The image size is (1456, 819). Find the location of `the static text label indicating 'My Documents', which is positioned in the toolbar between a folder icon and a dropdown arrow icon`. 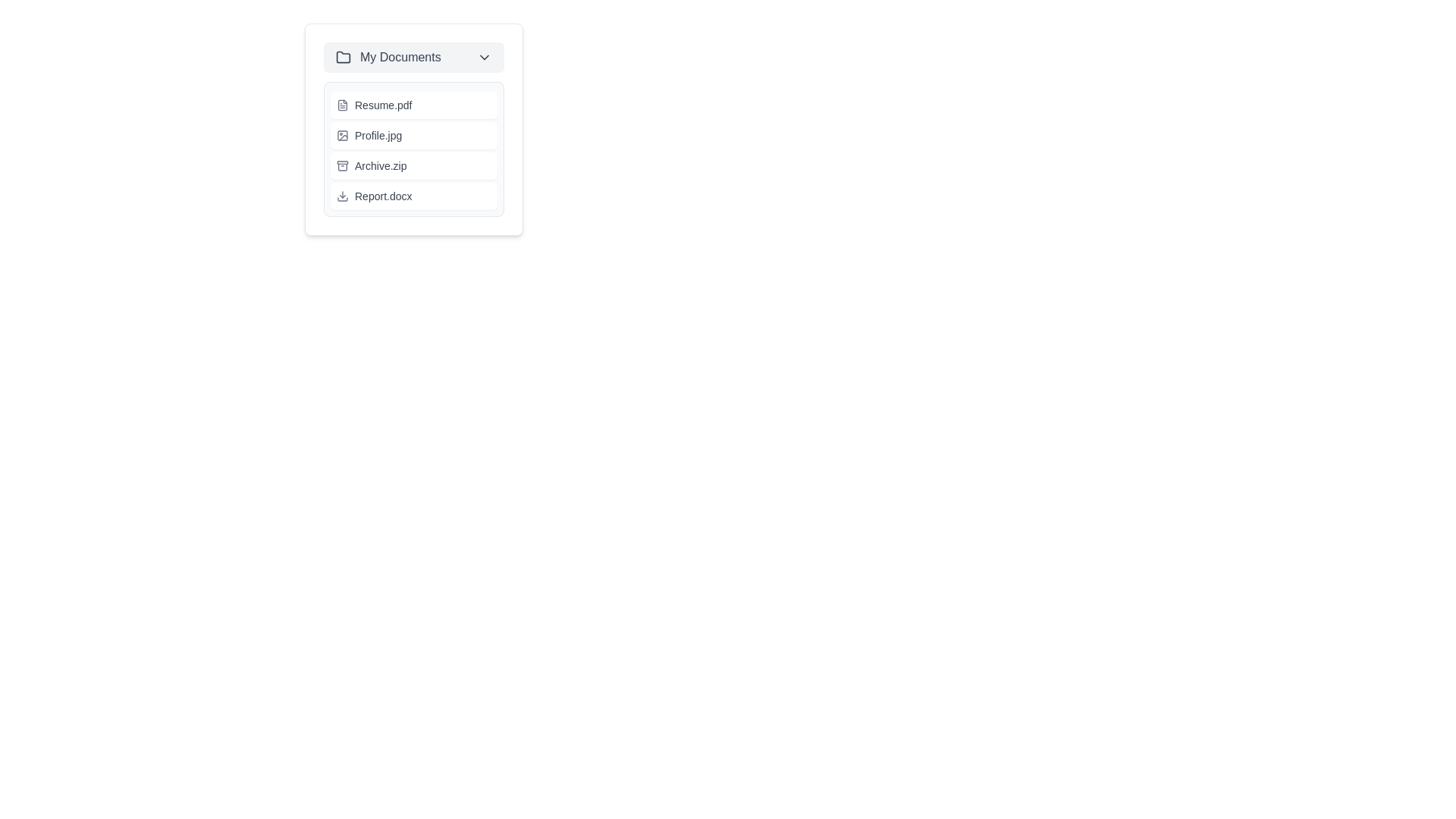

the static text label indicating 'My Documents', which is positioned in the toolbar between a folder icon and a dropdown arrow icon is located at coordinates (419, 57).